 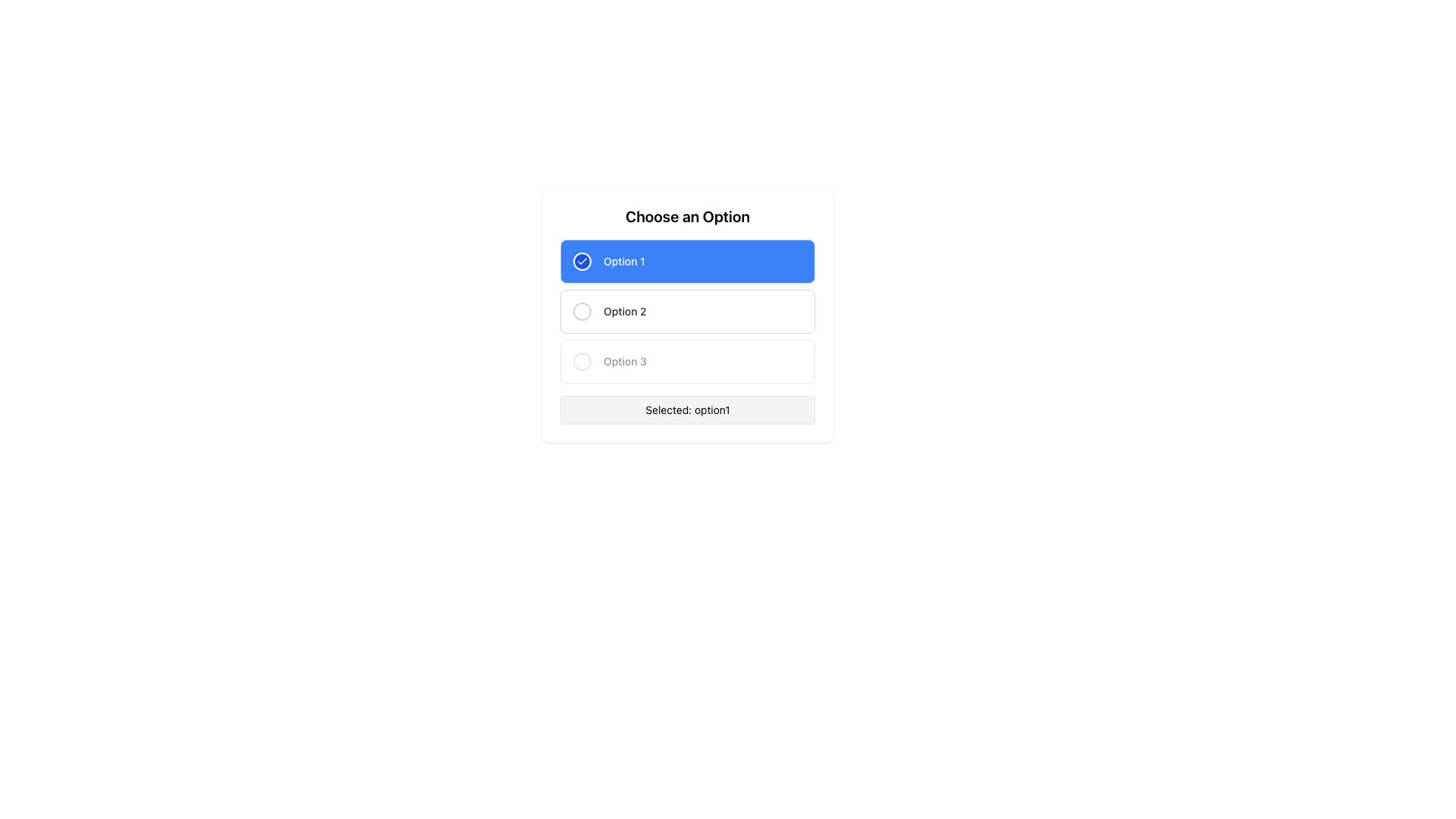 What do you see at coordinates (687, 311) in the screenshot?
I see `the 'Option 2' radio button` at bounding box center [687, 311].